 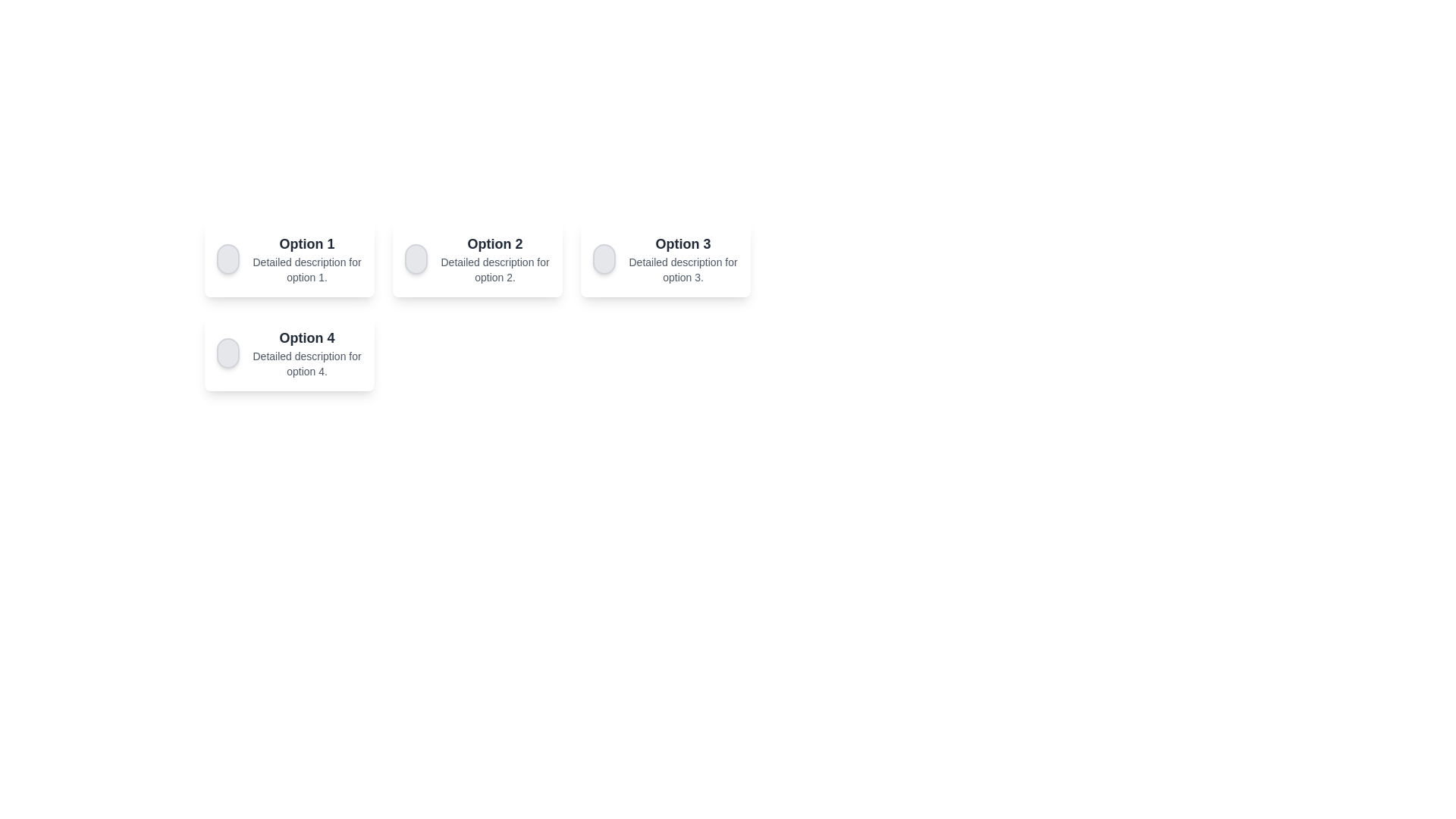 I want to click on the supplemental information Text Label located directly below the bold title text 'Option 3', which provides clarification for users, so click(x=682, y=268).